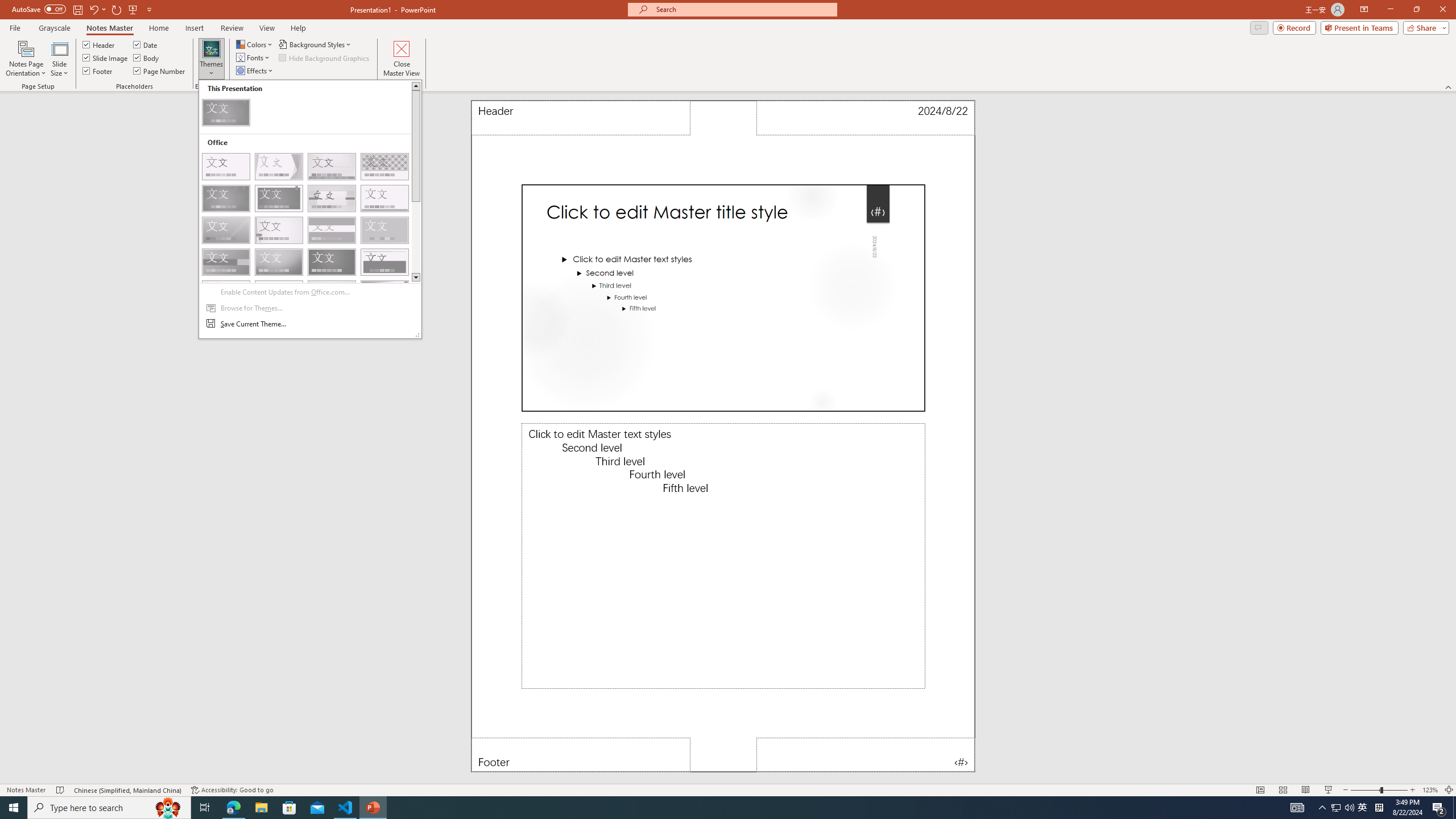  Describe the element at coordinates (59, 59) in the screenshot. I see `'Slide Size'` at that location.